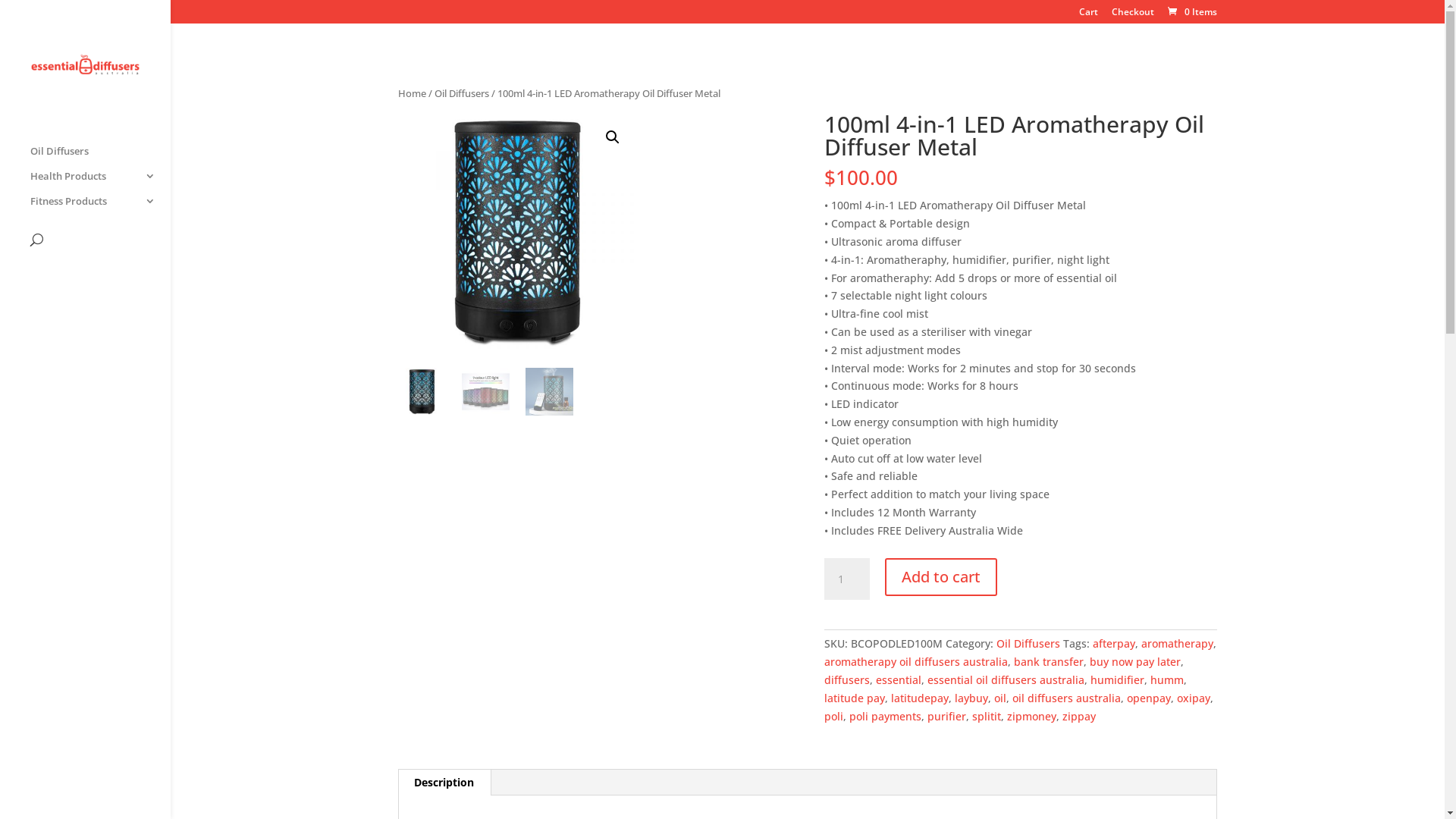 The height and width of the screenshot is (819, 1456). I want to click on 'Description', so click(397, 783).